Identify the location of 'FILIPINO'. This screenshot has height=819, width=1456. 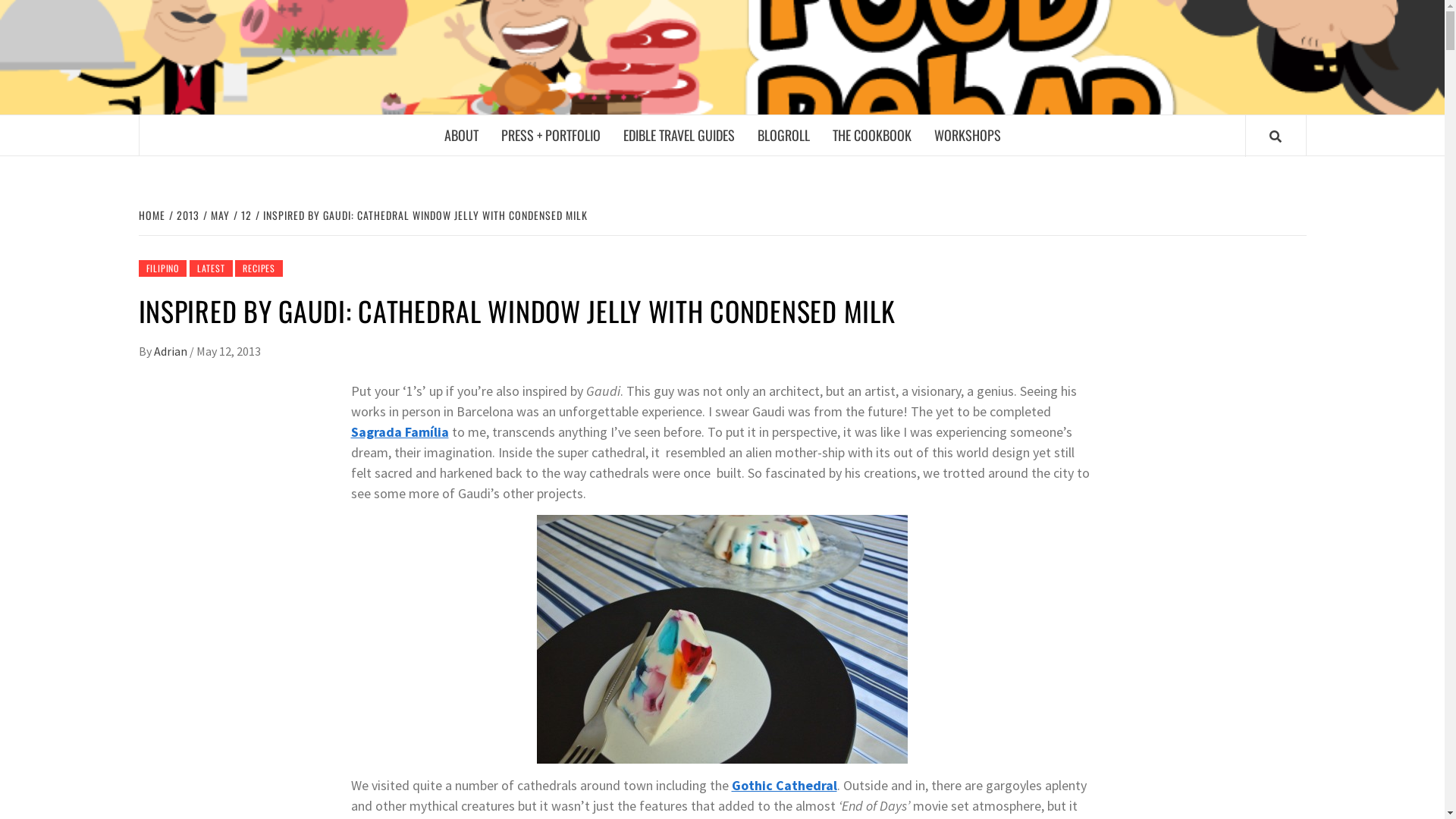
(162, 268).